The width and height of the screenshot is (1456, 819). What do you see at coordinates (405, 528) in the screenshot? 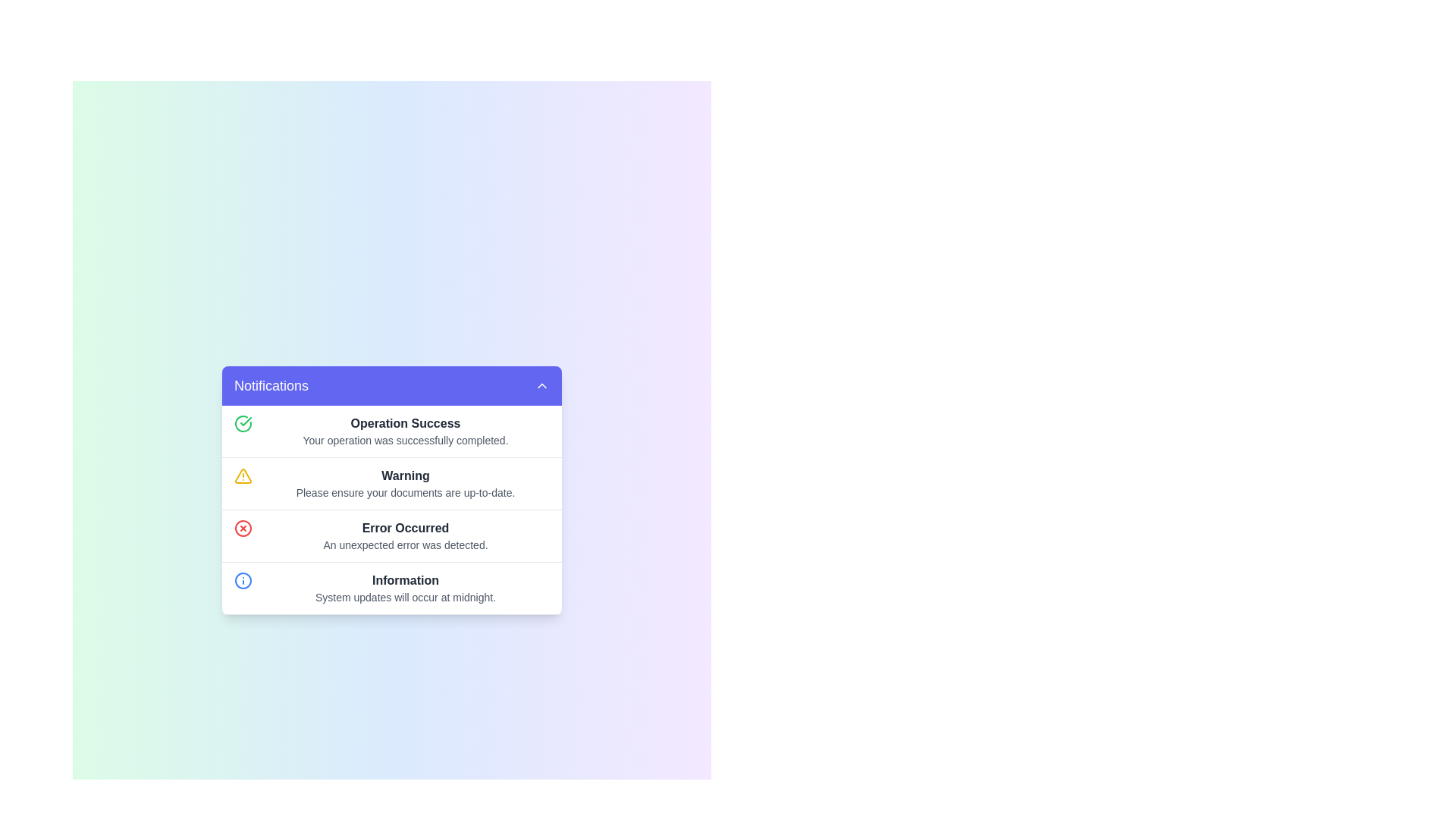
I see `the bold textual heading 'Error Occurred' which signifies an error message in the notifications list` at bounding box center [405, 528].